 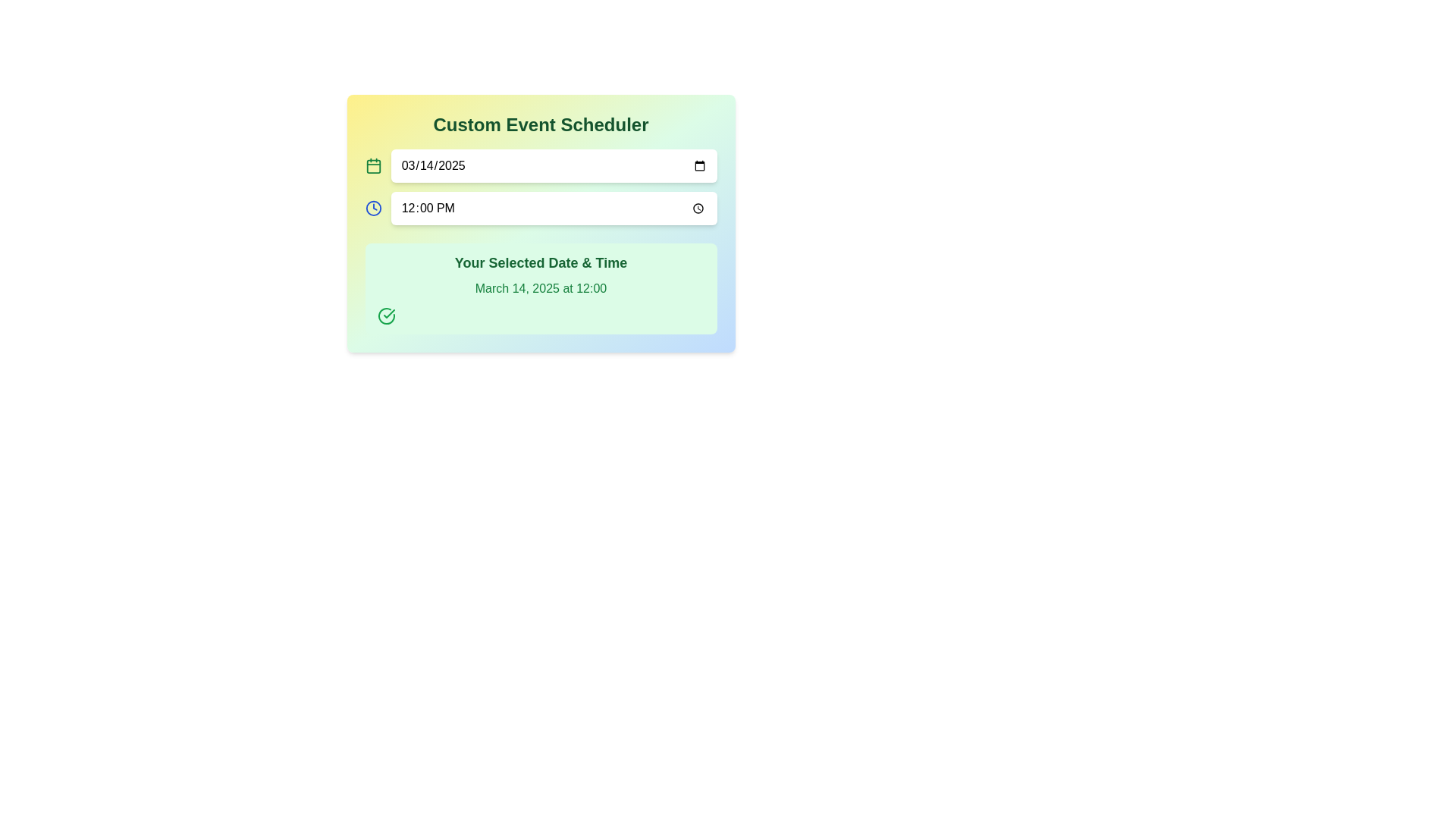 What do you see at coordinates (373, 166) in the screenshot?
I see `the calendar icon located to the left of the date input field, which indicates that the adjacent field accepts date inputs` at bounding box center [373, 166].